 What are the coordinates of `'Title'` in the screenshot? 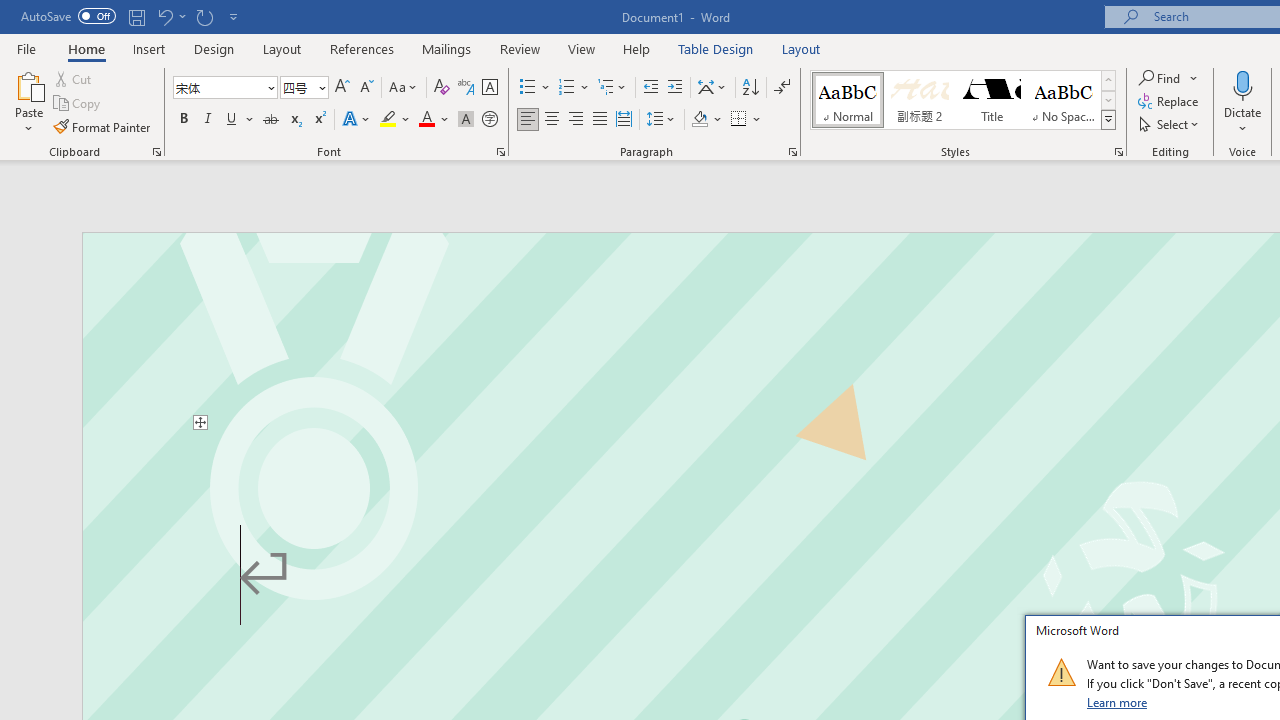 It's located at (992, 100).